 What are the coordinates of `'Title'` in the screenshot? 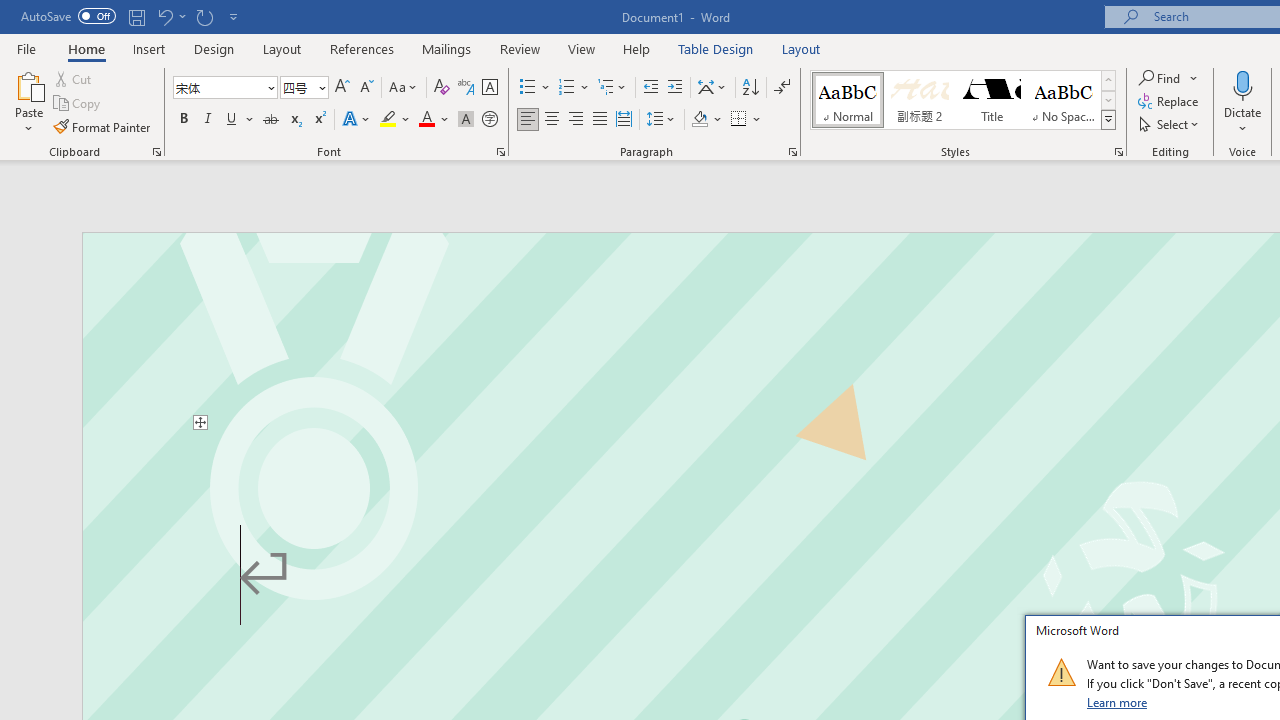 It's located at (992, 100).